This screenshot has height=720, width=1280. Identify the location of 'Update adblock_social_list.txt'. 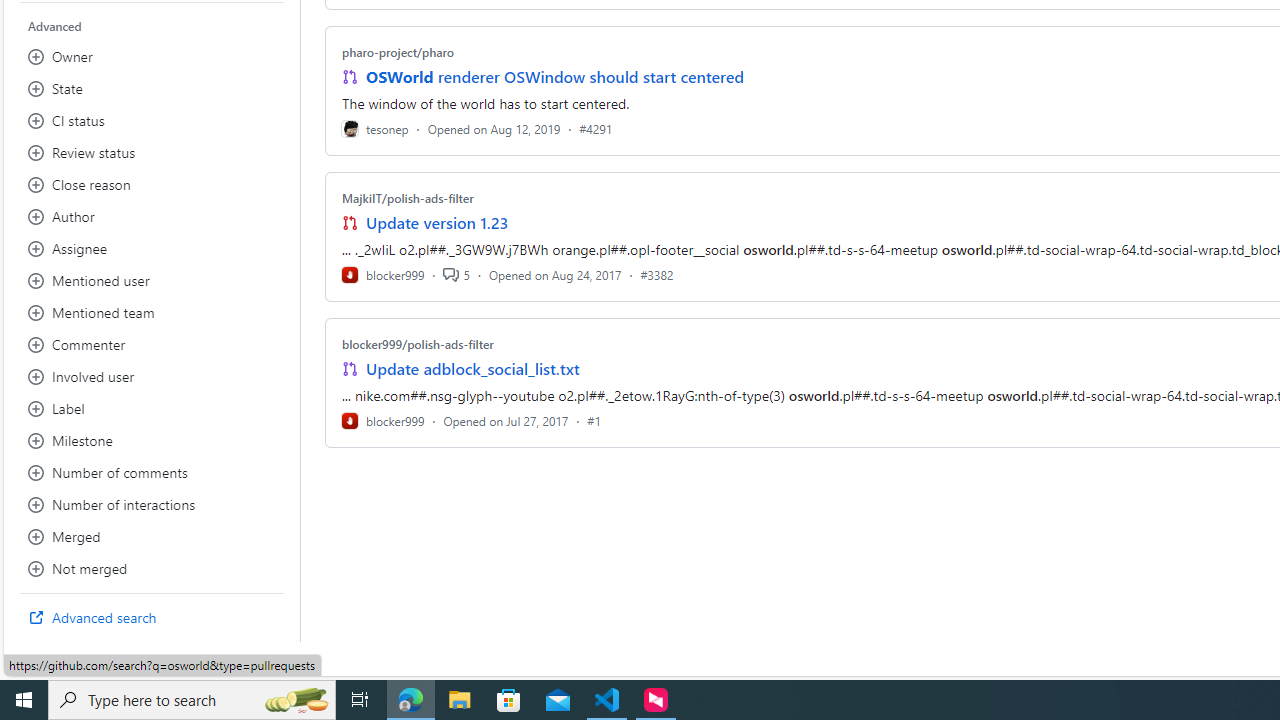
(471, 368).